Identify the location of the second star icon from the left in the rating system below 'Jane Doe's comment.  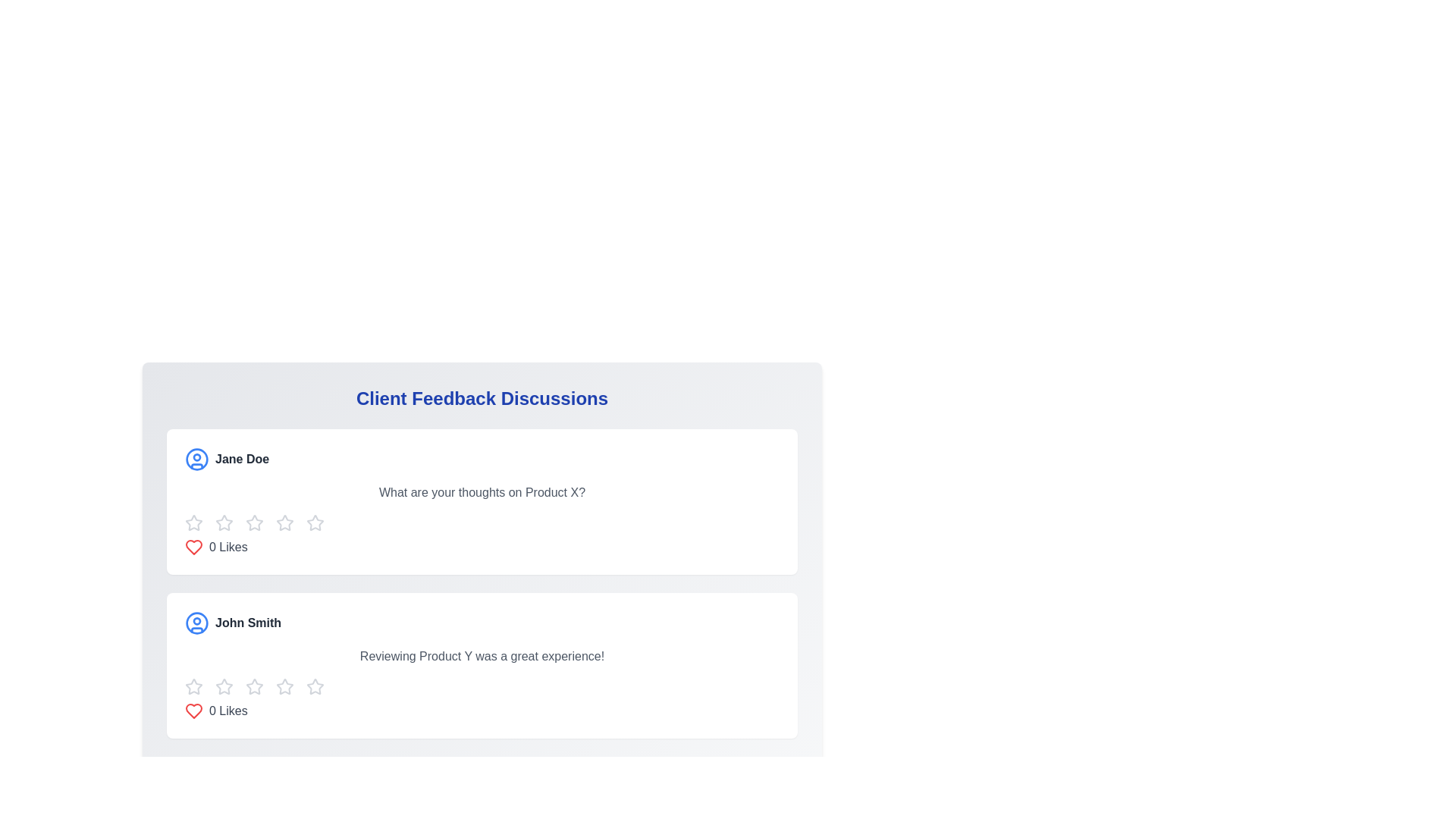
(255, 522).